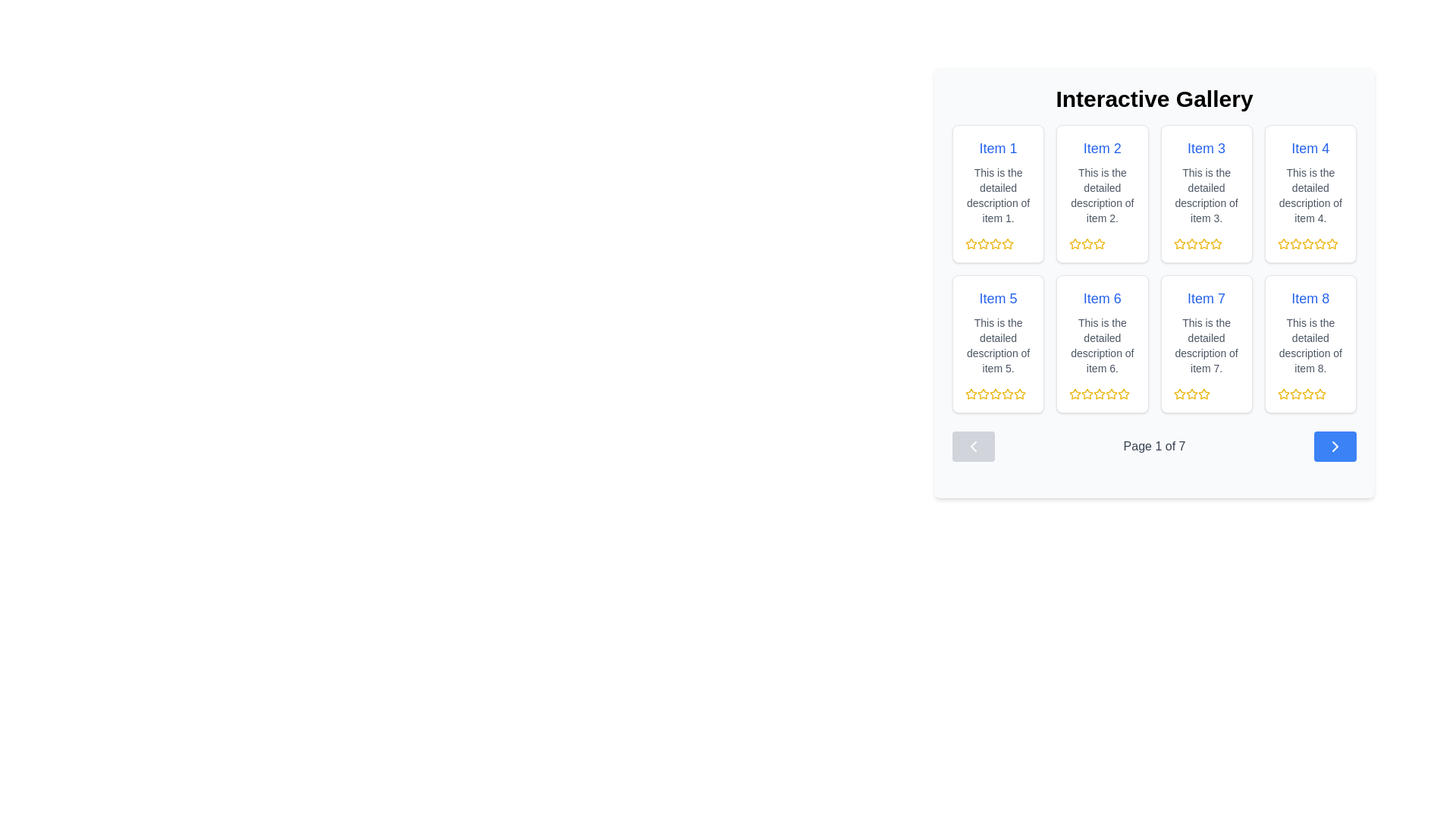  What do you see at coordinates (1216, 243) in the screenshot?
I see `the hollow yellow star icon used for ratings in the first row and third column of the grid layout` at bounding box center [1216, 243].